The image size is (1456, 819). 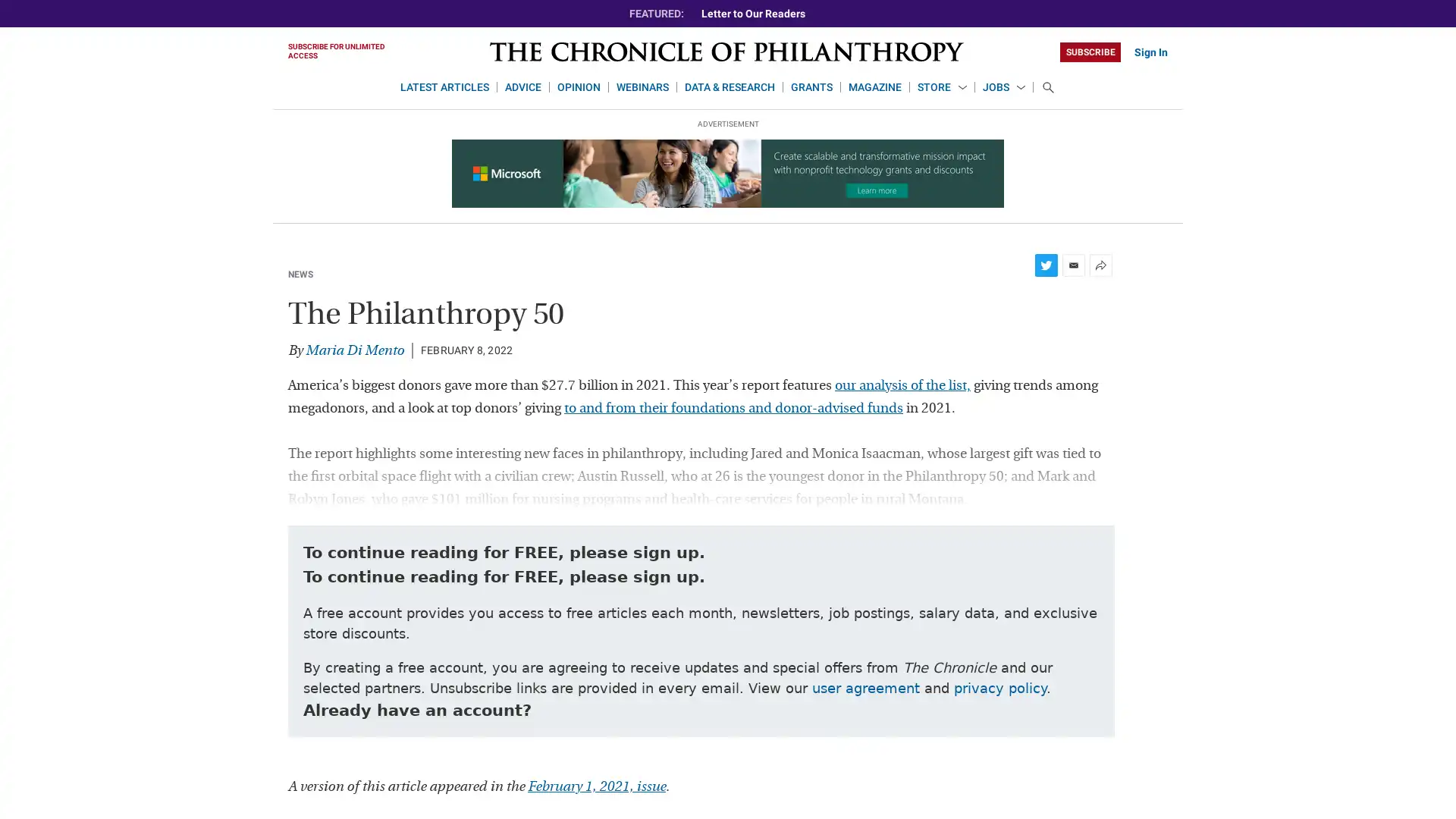 What do you see at coordinates (1047, 87) in the screenshot?
I see `Show Search` at bounding box center [1047, 87].